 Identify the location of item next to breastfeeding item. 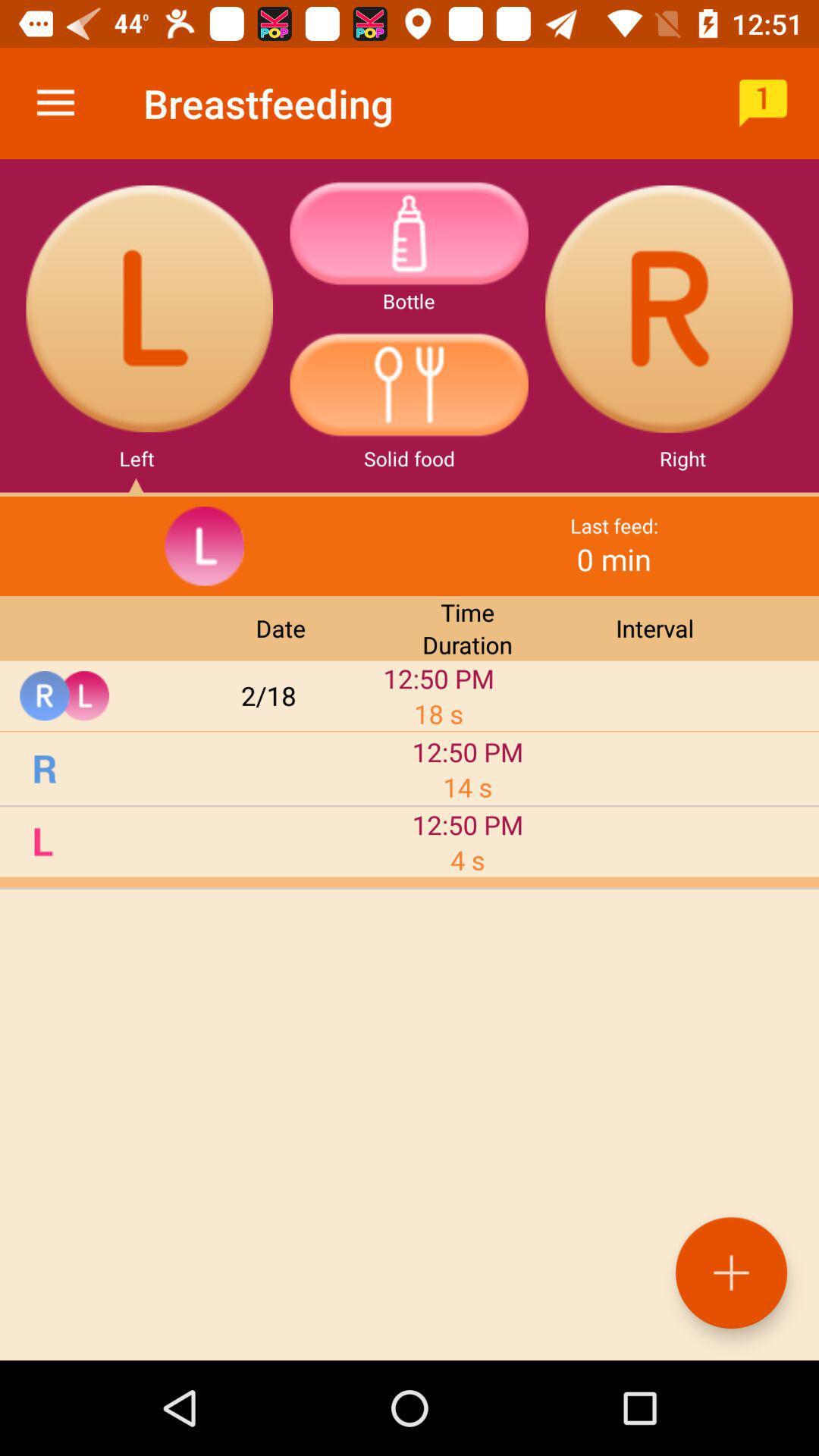
(763, 102).